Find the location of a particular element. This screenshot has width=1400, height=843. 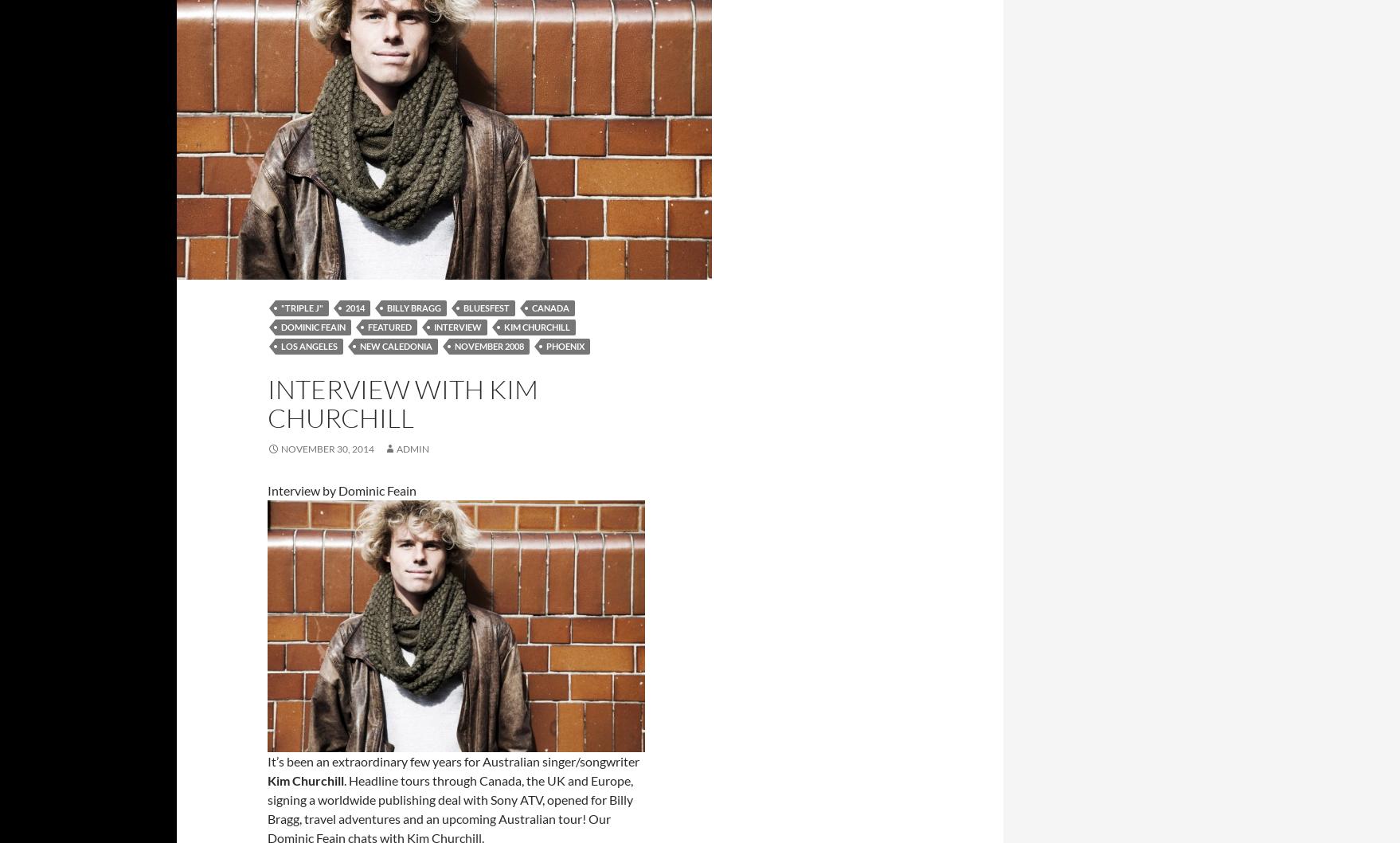

'canada' is located at coordinates (550, 308).